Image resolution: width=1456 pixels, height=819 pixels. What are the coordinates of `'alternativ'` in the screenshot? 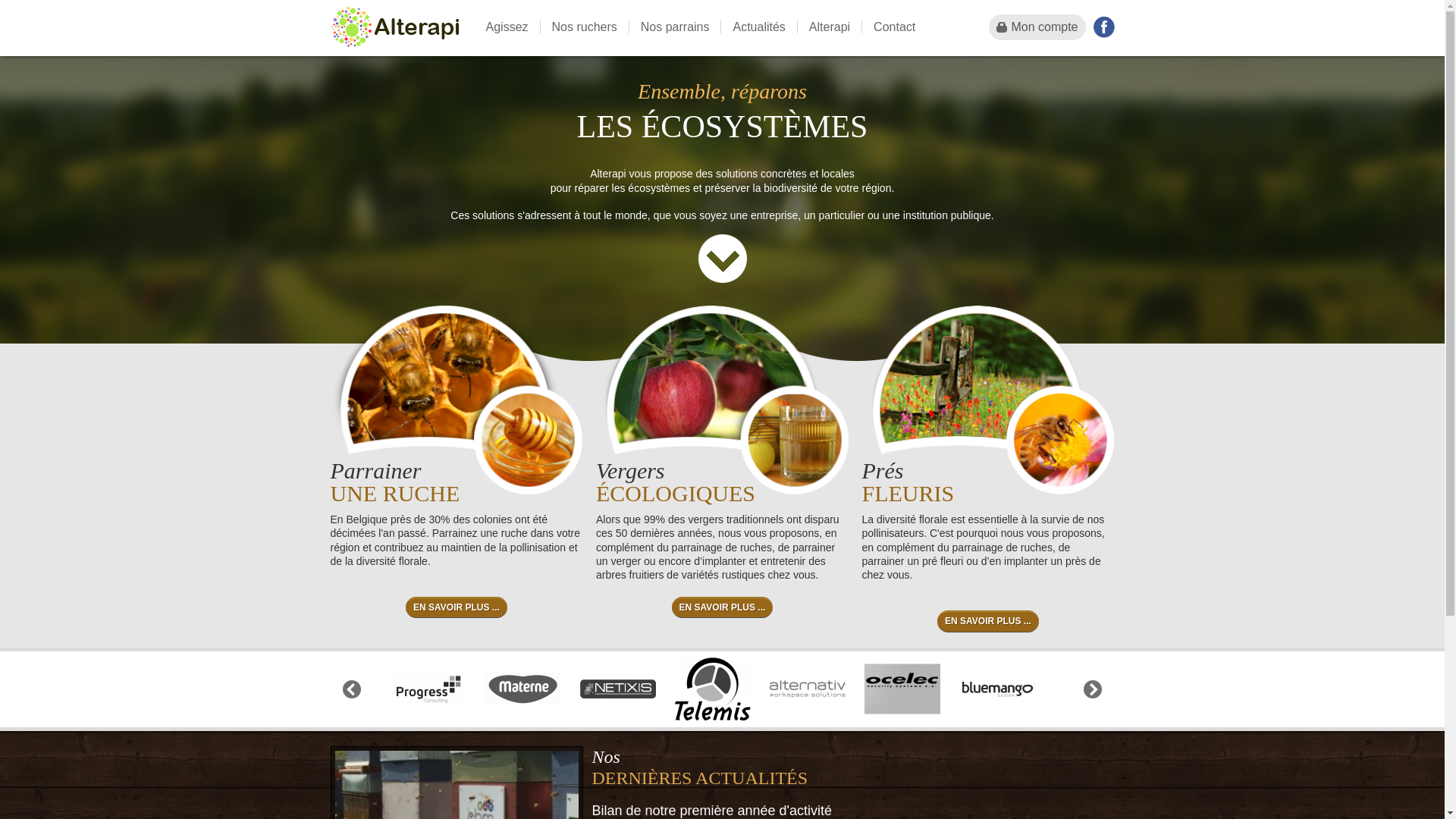 It's located at (807, 689).